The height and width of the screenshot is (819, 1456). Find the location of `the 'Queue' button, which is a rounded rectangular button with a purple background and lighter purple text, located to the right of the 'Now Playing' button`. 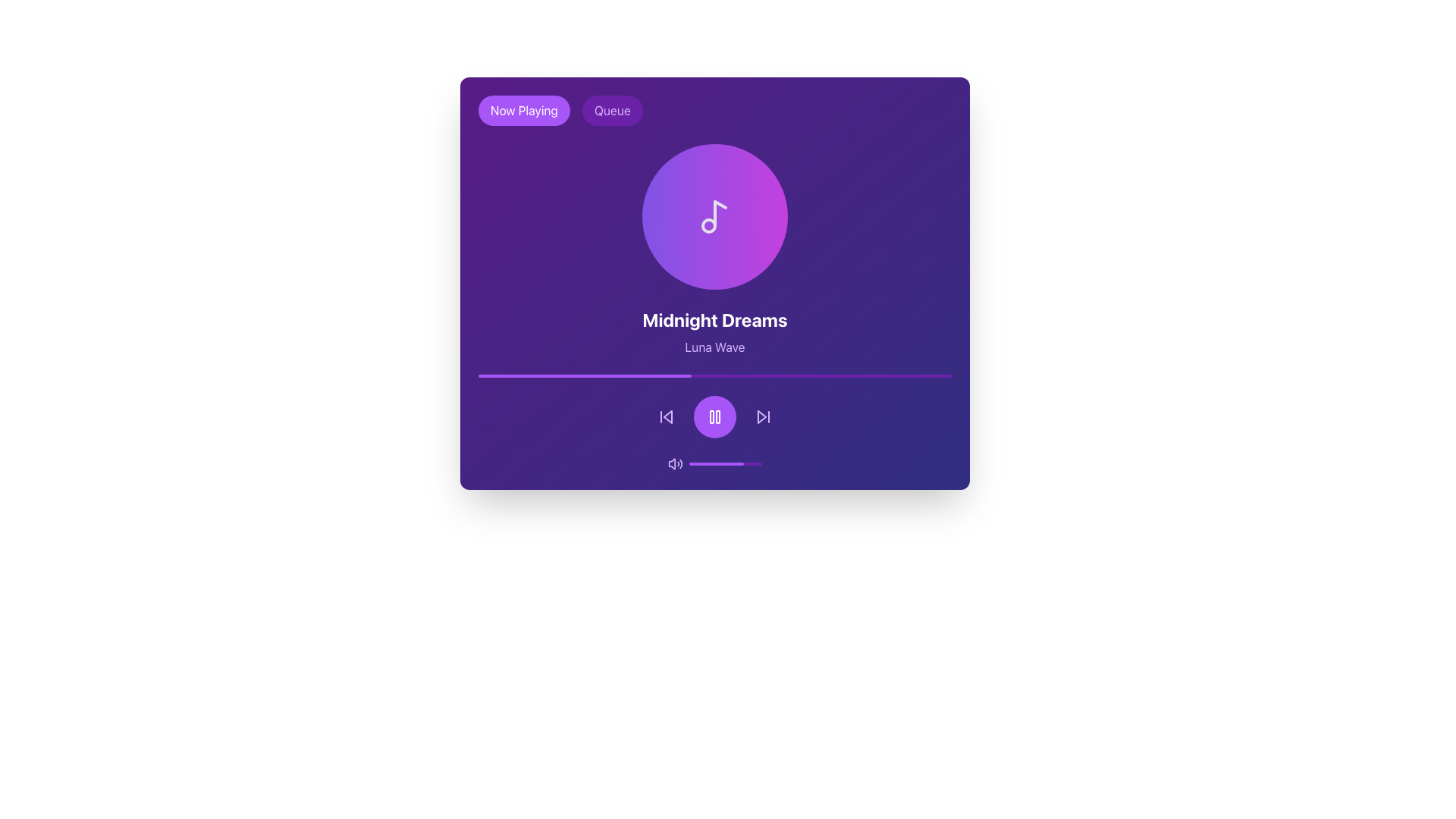

the 'Queue' button, which is a rounded rectangular button with a purple background and lighter purple text, located to the right of the 'Now Playing' button is located at coordinates (612, 110).